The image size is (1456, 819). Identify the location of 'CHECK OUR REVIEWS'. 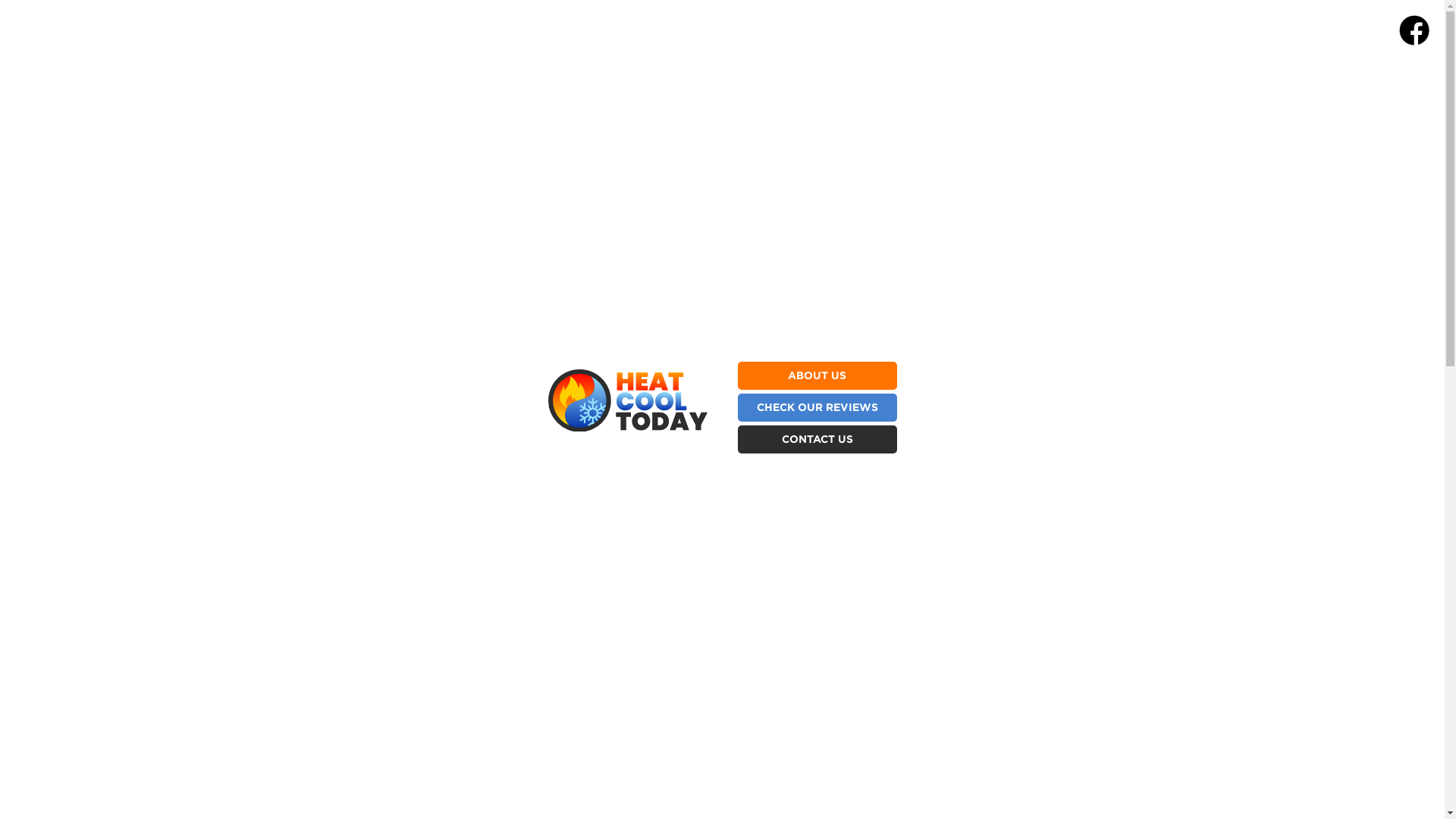
(817, 406).